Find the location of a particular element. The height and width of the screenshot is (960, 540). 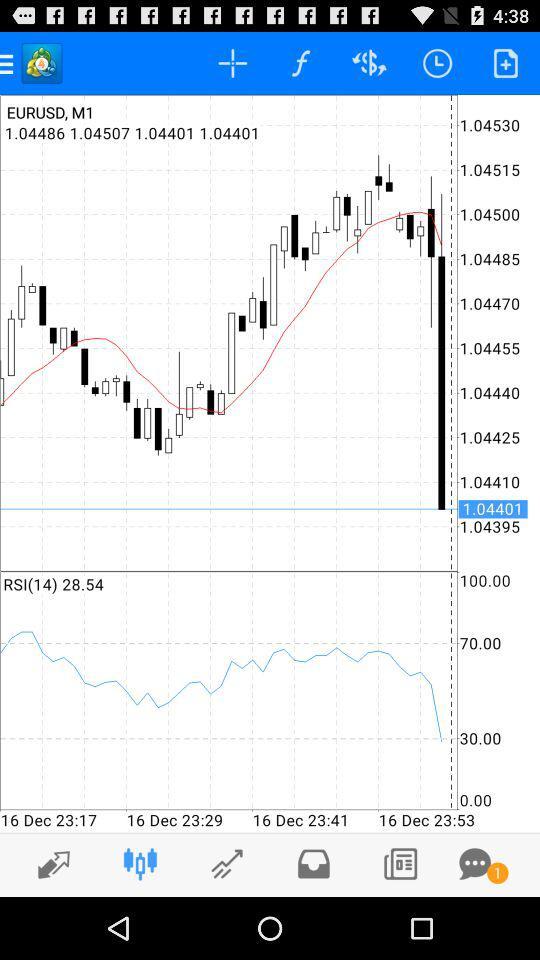

the date_range icon is located at coordinates (400, 924).